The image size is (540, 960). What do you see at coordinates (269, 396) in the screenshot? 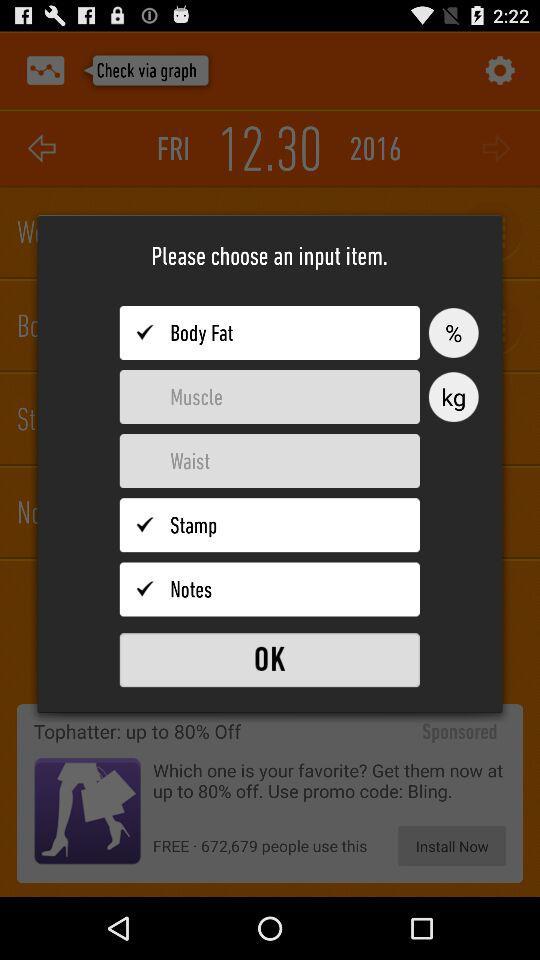
I see `input muscle item` at bounding box center [269, 396].